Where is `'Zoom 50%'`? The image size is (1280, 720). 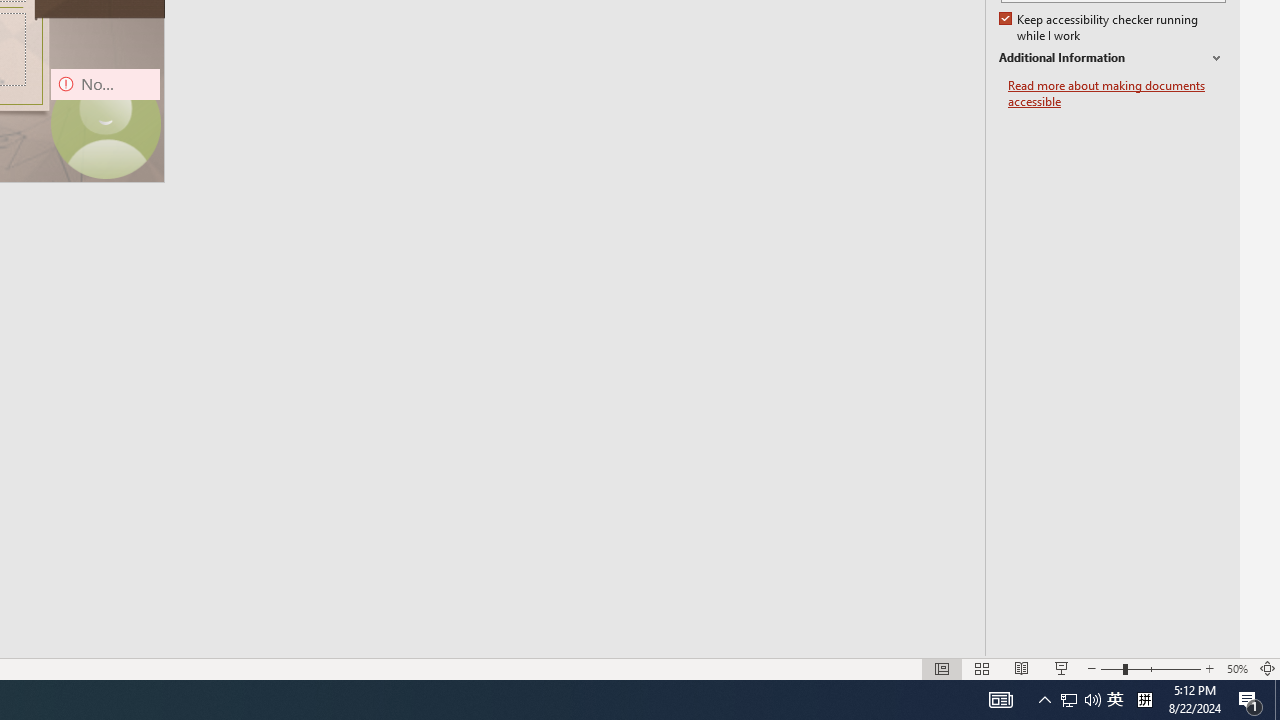
'Zoom 50%' is located at coordinates (1236, 669).